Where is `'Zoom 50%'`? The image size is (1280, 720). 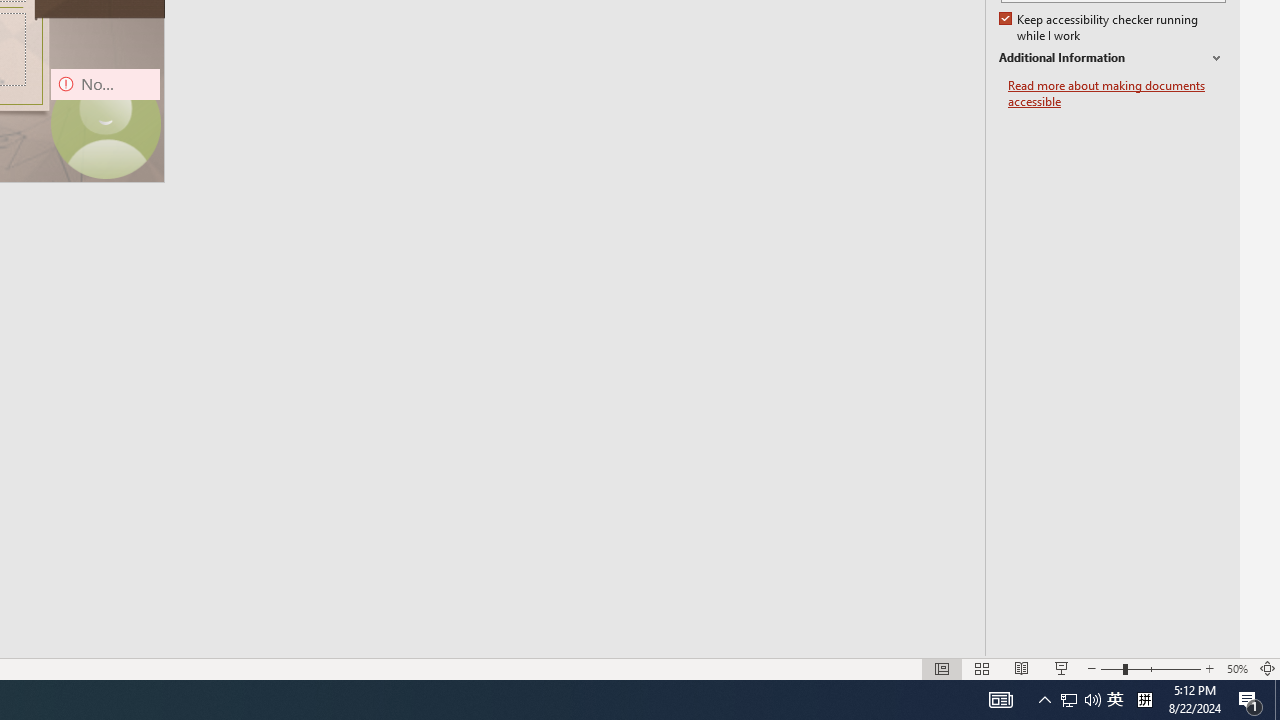
'Zoom 50%' is located at coordinates (1236, 669).